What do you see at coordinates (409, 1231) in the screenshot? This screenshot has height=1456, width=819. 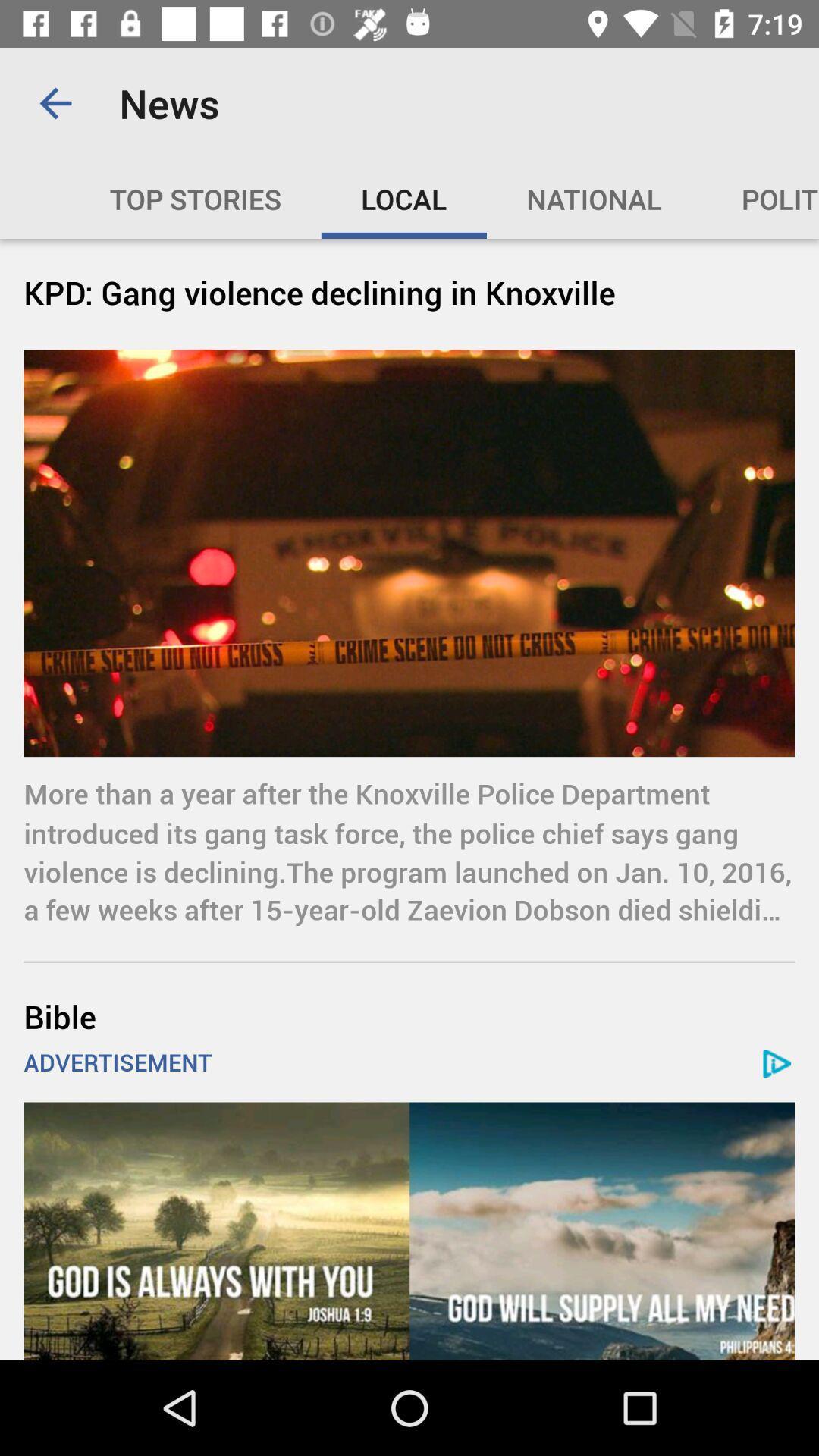 I see `advertisement` at bounding box center [409, 1231].